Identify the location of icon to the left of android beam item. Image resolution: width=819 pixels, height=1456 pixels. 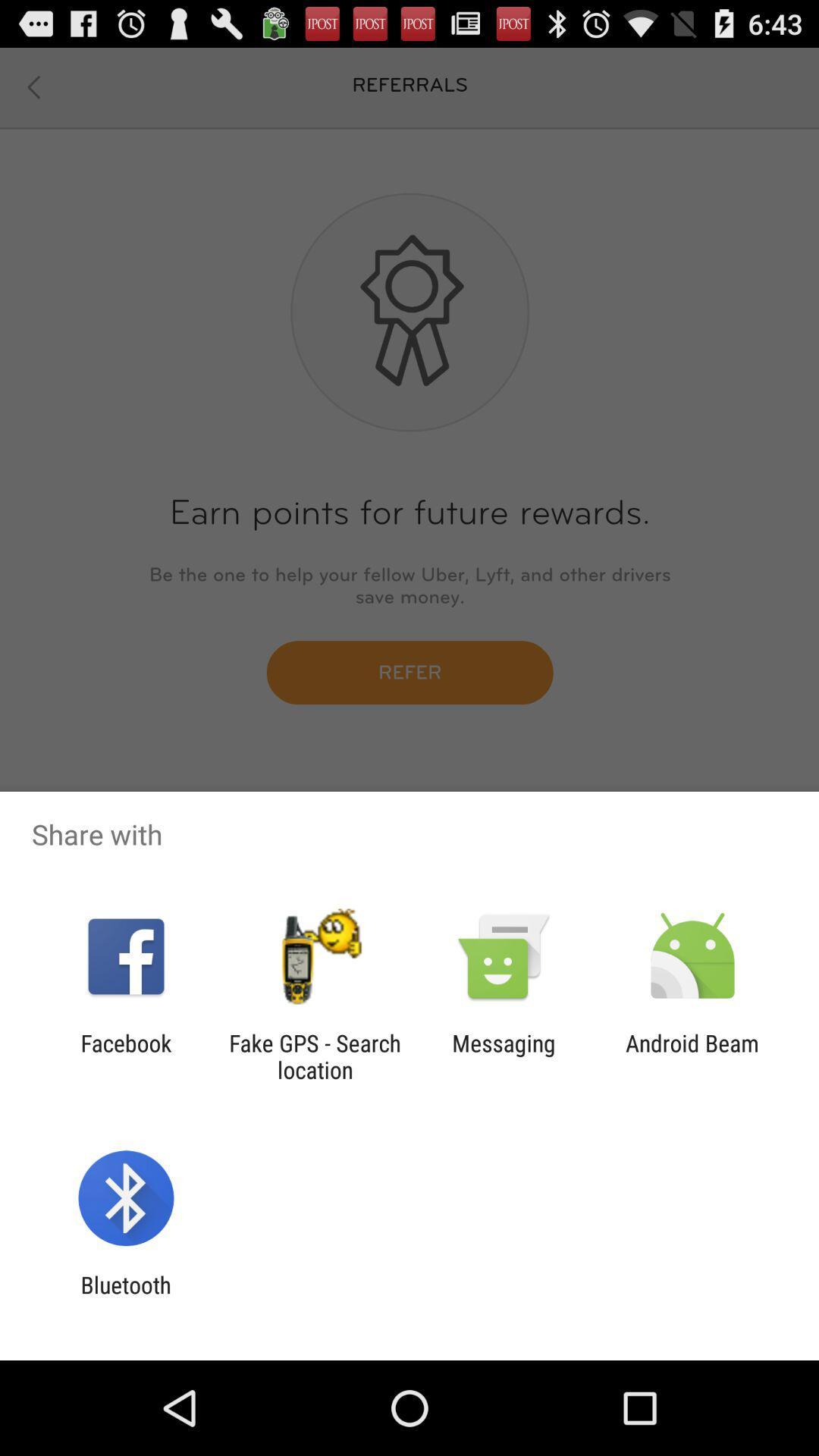
(504, 1056).